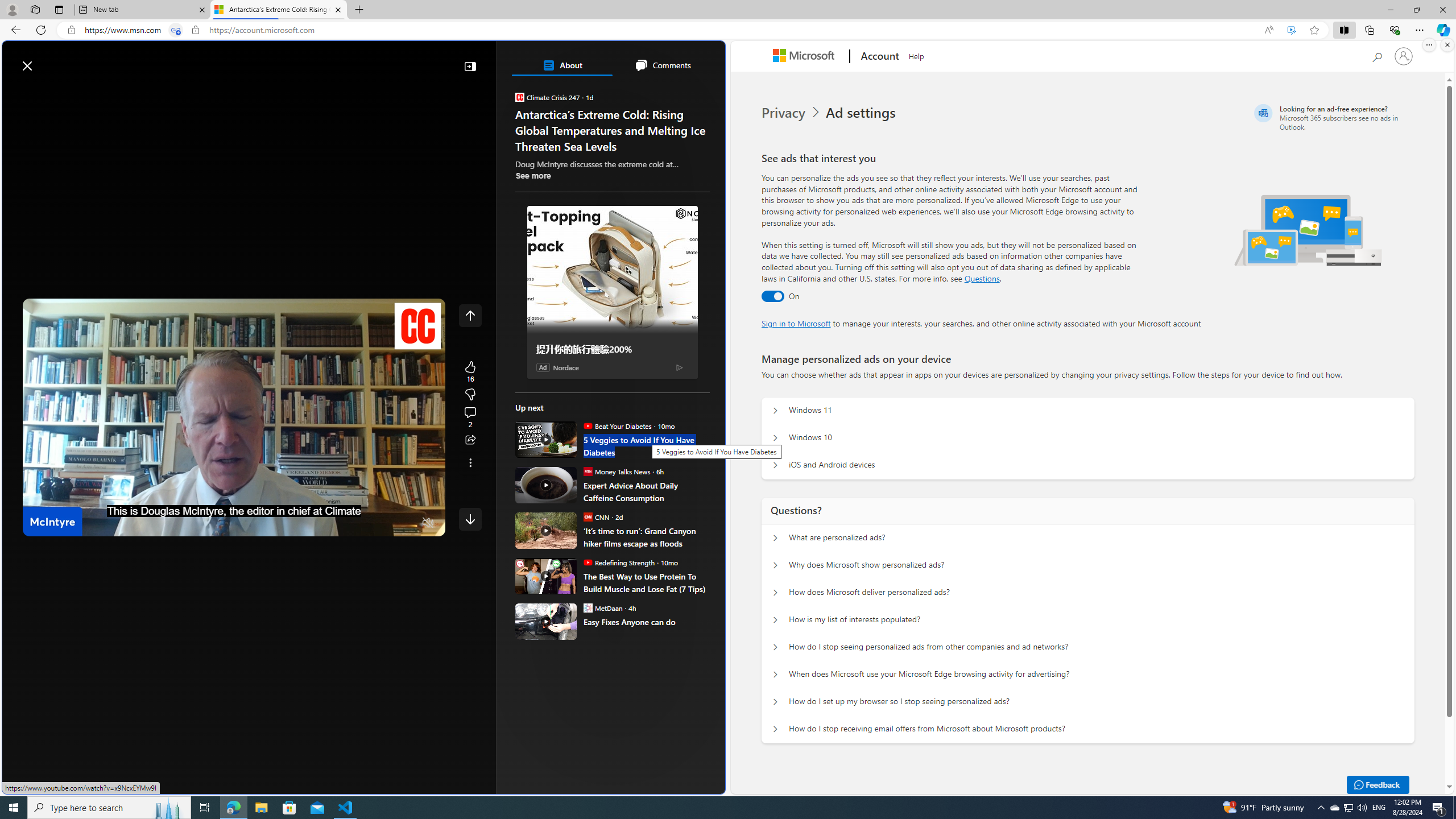  What do you see at coordinates (617, 470) in the screenshot?
I see `'Money Talks News Money Talks News'` at bounding box center [617, 470].